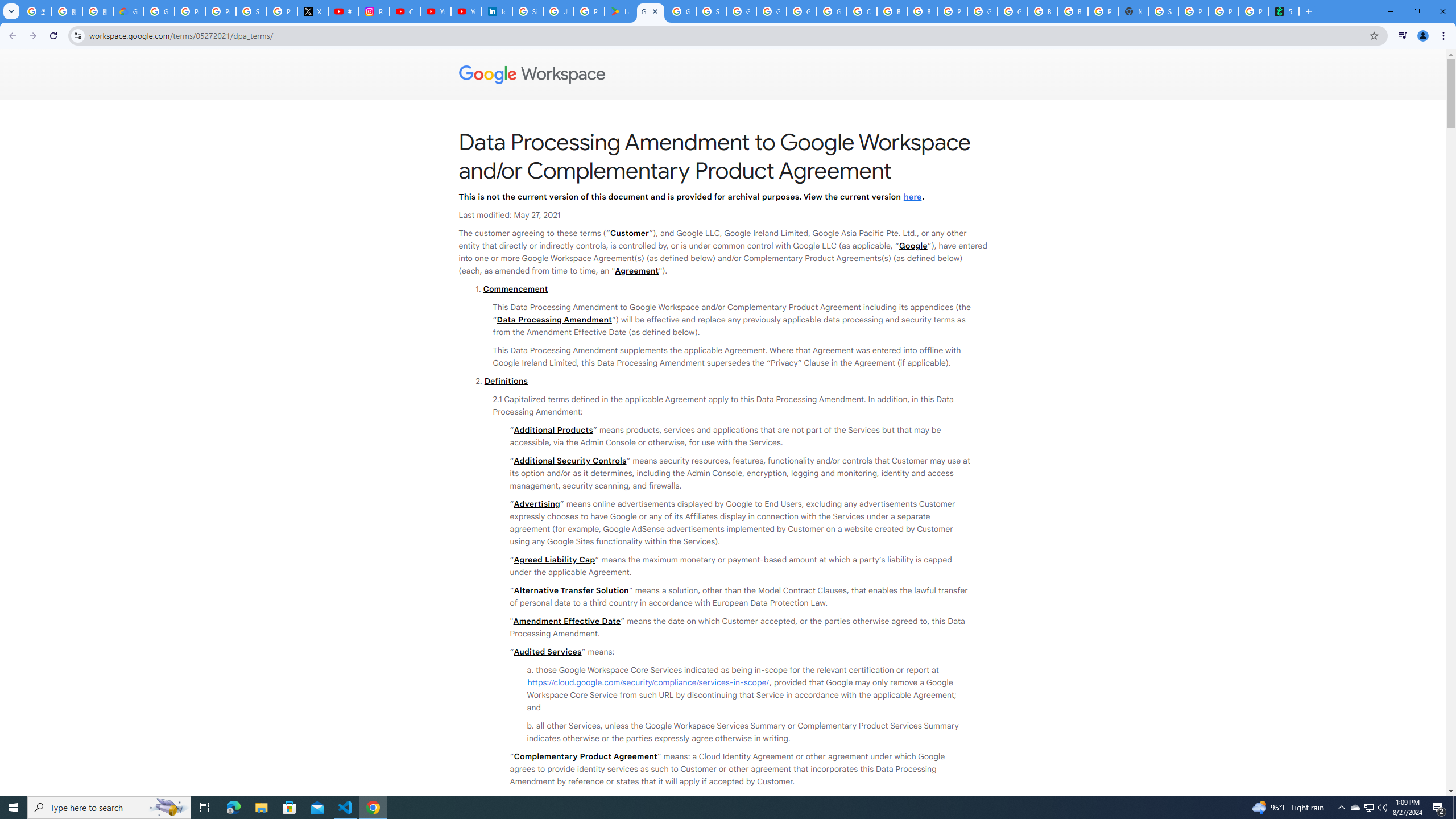  Describe the element at coordinates (655, 11) in the screenshot. I see `'Close'` at that location.